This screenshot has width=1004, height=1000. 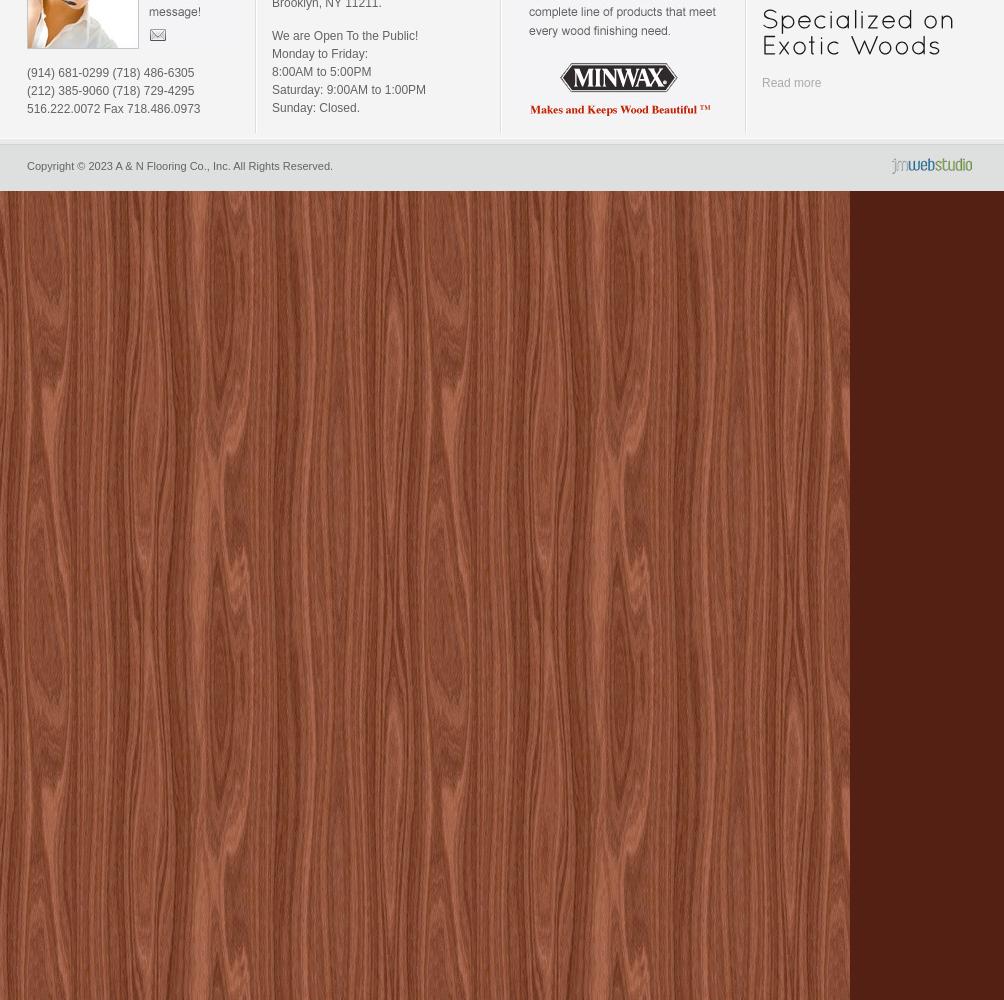 I want to click on '(914) 681-0299 (718) 486-6305', so click(x=27, y=72).